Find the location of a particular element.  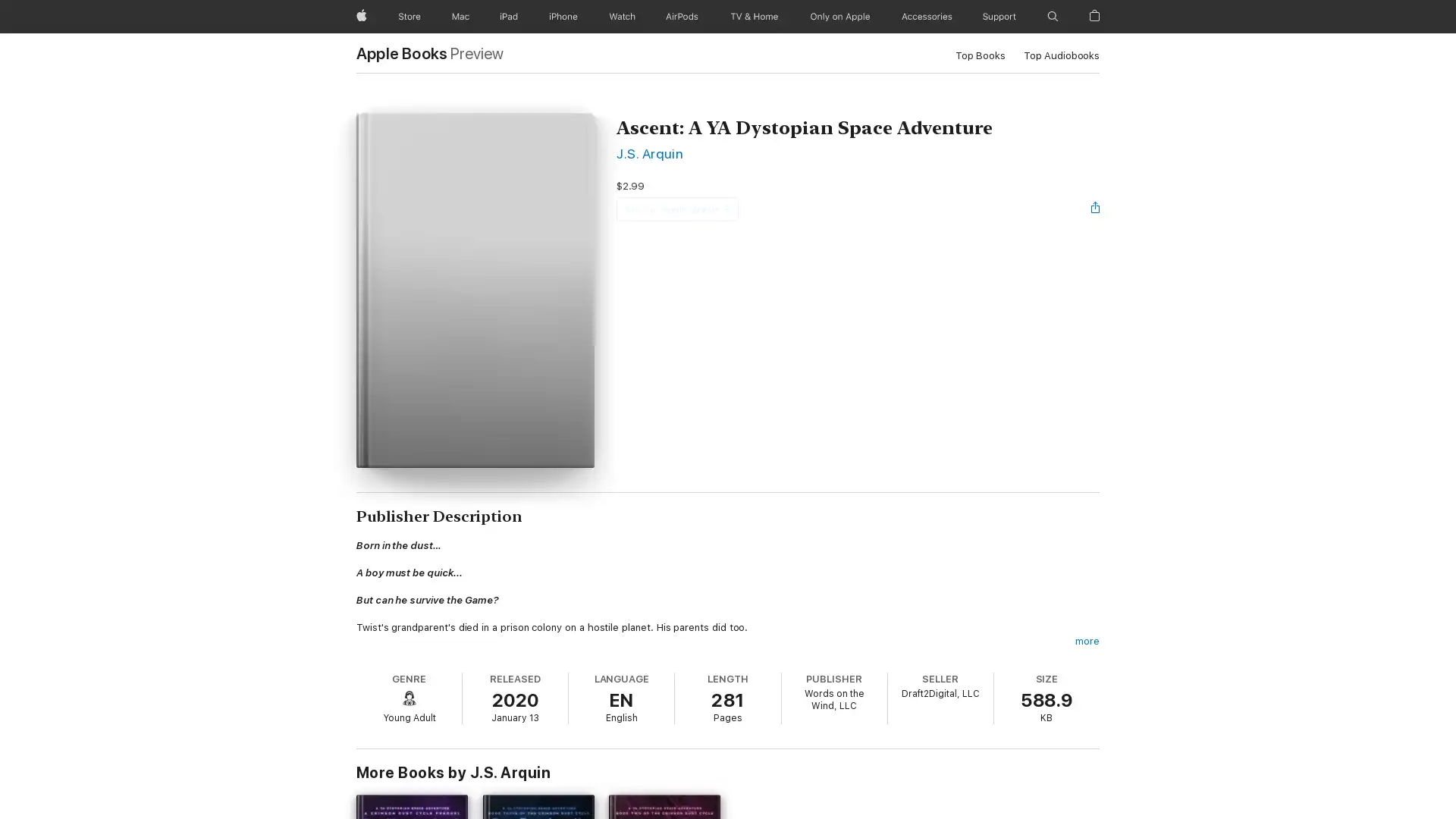

more is located at coordinates (1087, 641).